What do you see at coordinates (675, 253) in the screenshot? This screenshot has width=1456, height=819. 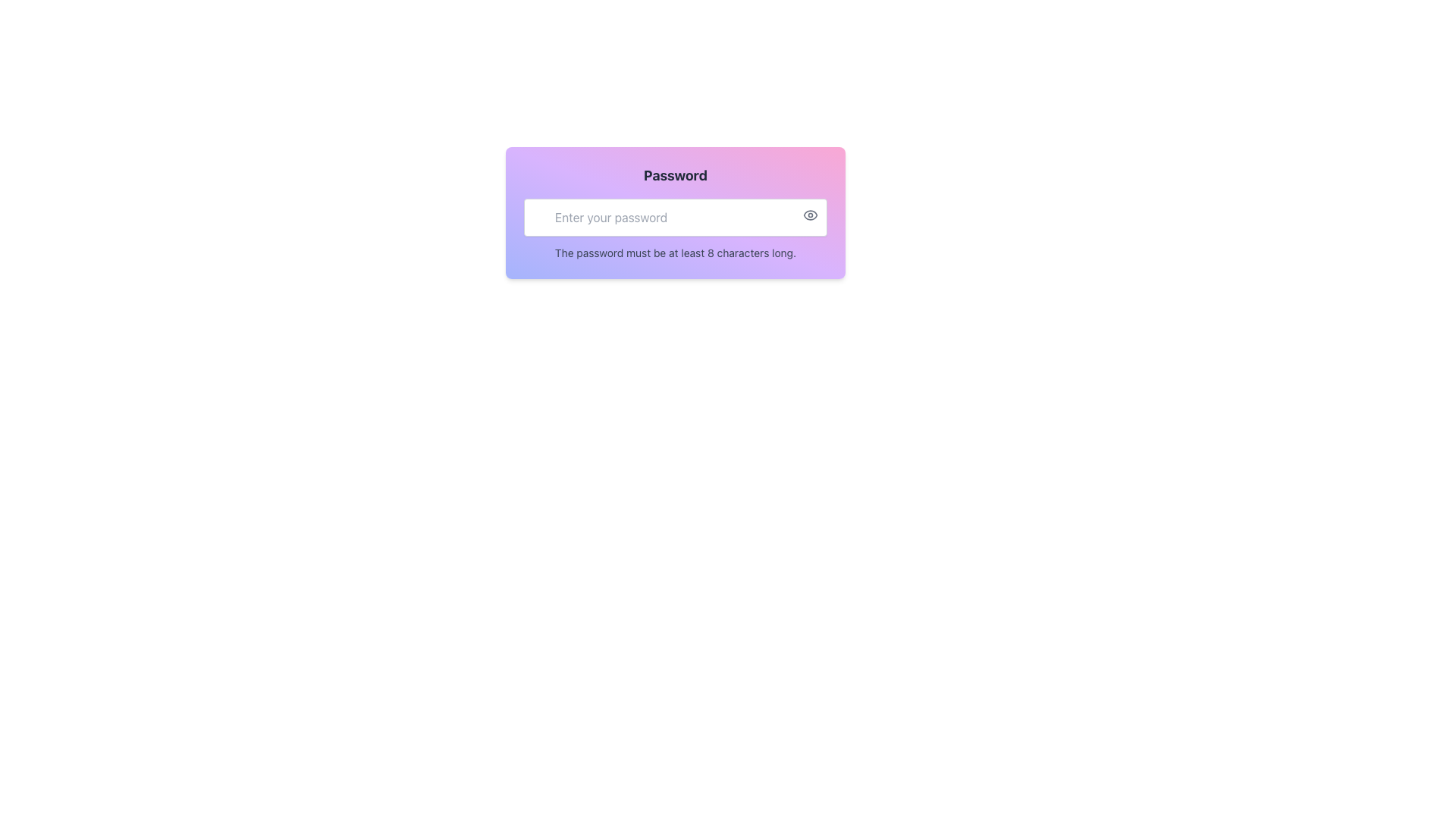 I see `the text label that displays the instruction 'The password must be at least 8 characters long,' which is located at the bottom of a colorful card with a gradient background` at bounding box center [675, 253].